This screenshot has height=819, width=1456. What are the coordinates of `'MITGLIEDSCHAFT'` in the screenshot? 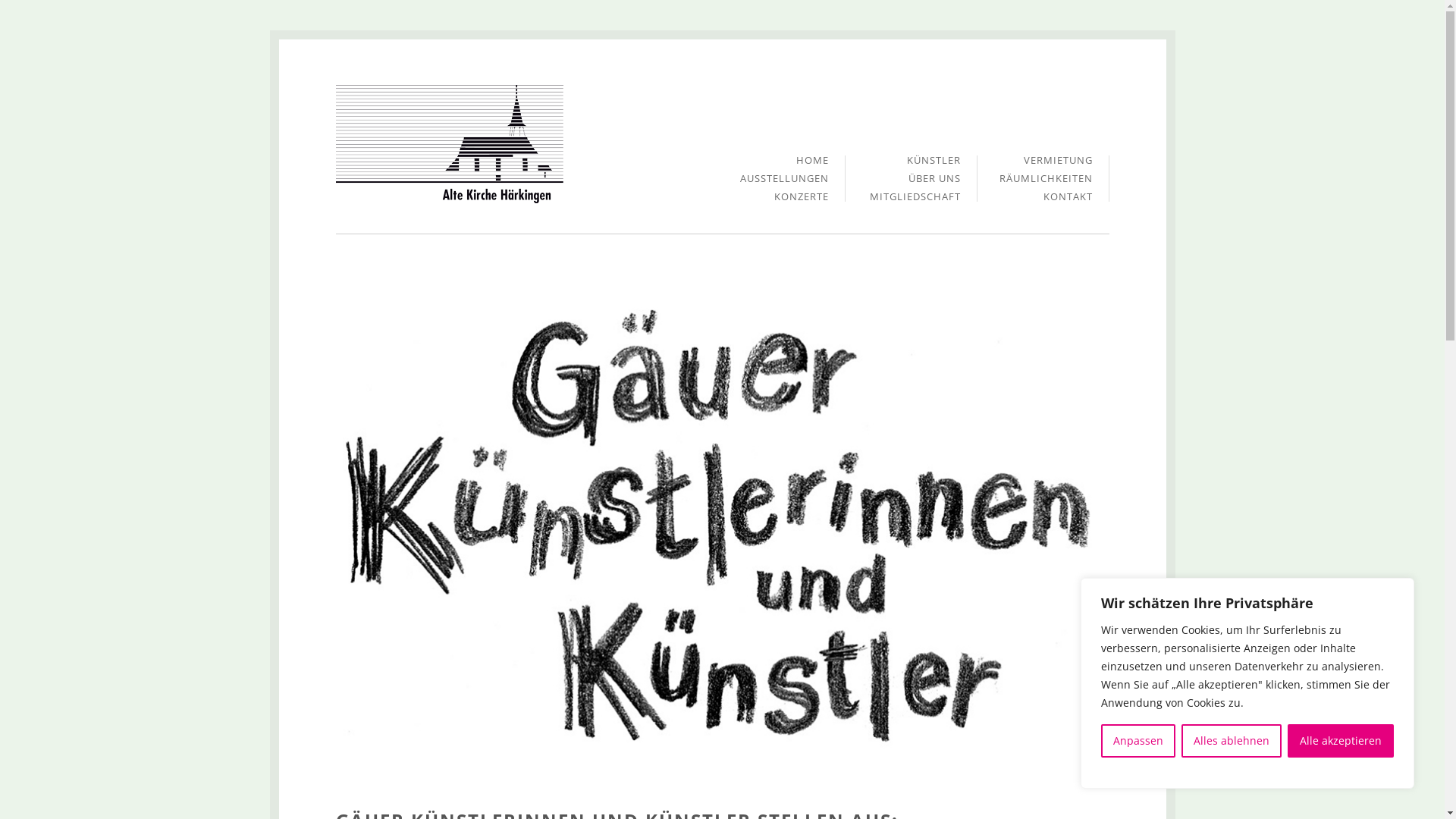 It's located at (913, 196).